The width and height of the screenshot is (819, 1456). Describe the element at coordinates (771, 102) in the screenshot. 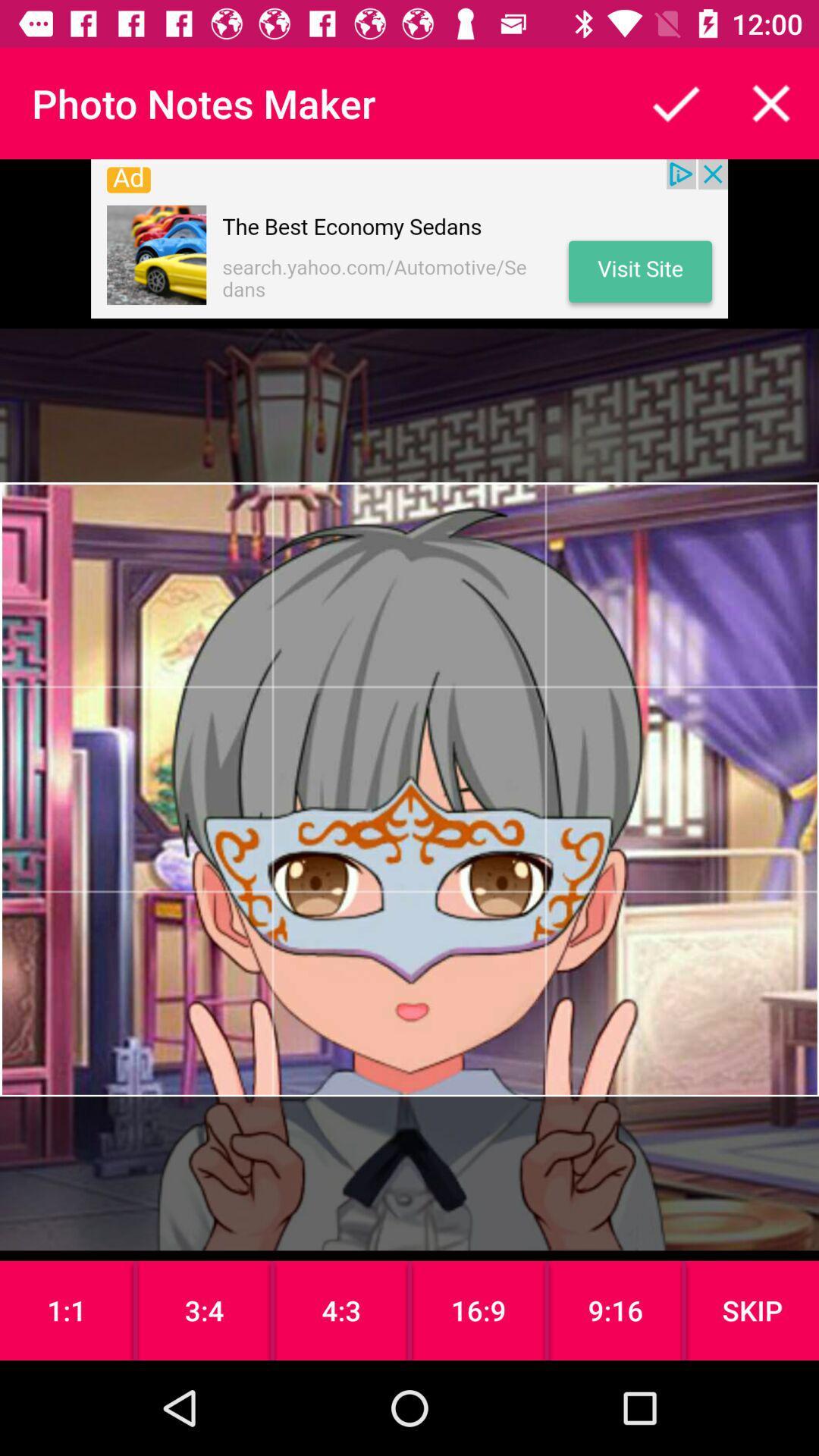

I see `page` at that location.